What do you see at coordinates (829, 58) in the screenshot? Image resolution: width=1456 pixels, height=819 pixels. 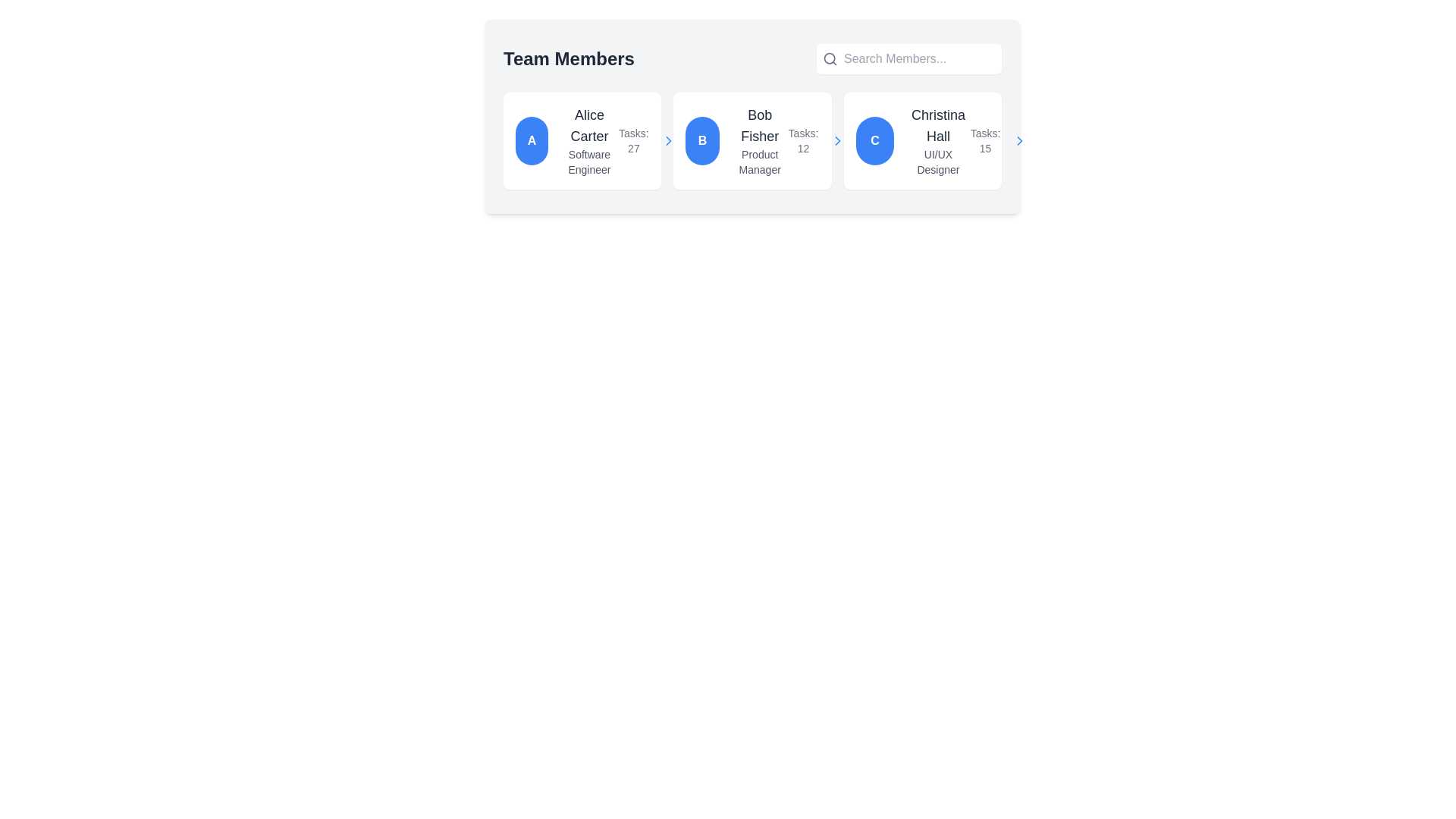 I see `the Circle element that is part of the search icon located at the top-right corner of the interface, adjacent to the 'Search Members...' text input box` at bounding box center [829, 58].